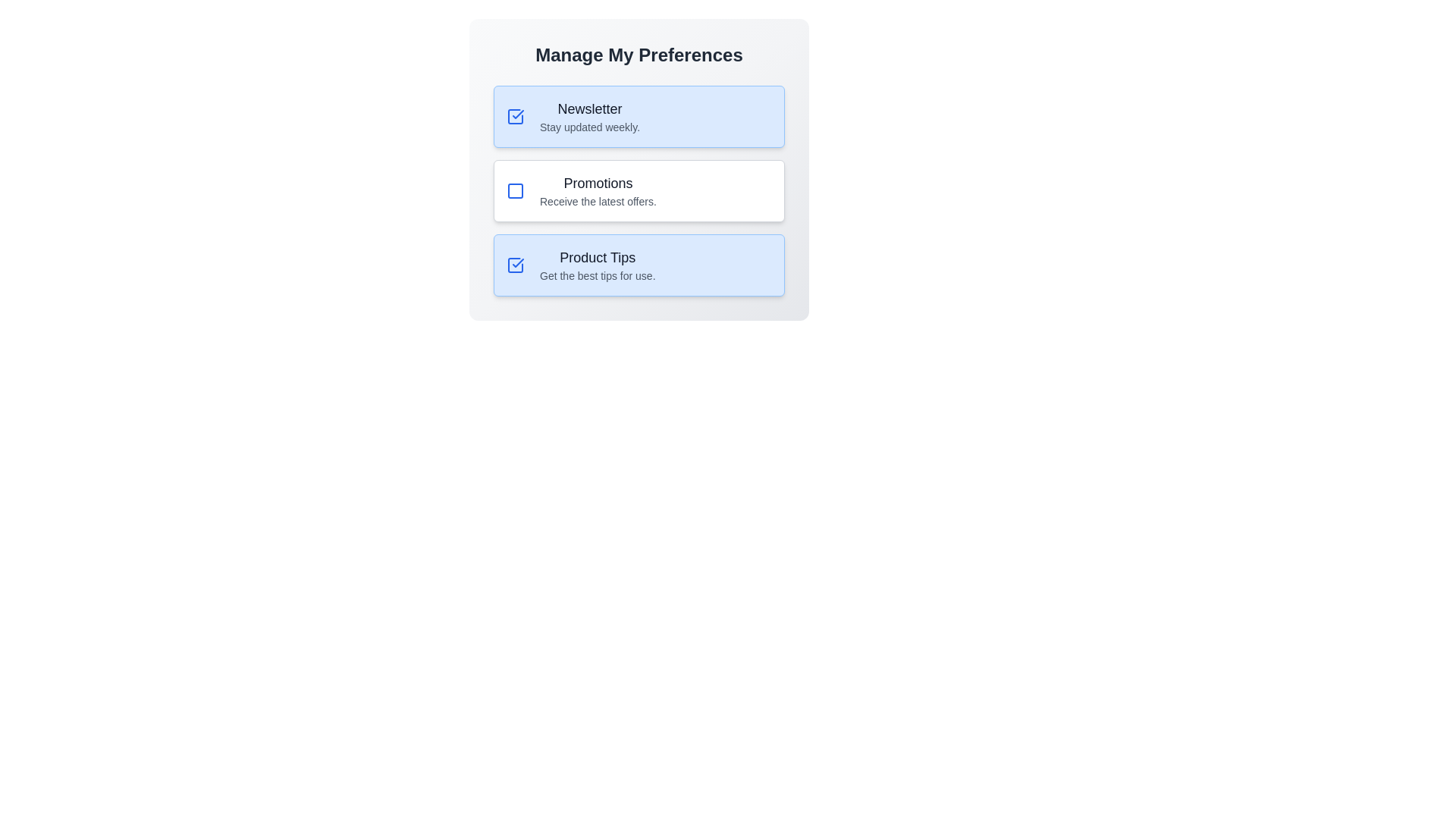 Image resolution: width=1456 pixels, height=819 pixels. Describe the element at coordinates (639, 190) in the screenshot. I see `the checkbox option for promotional updates in the 'Manage My Preferences' section` at that location.